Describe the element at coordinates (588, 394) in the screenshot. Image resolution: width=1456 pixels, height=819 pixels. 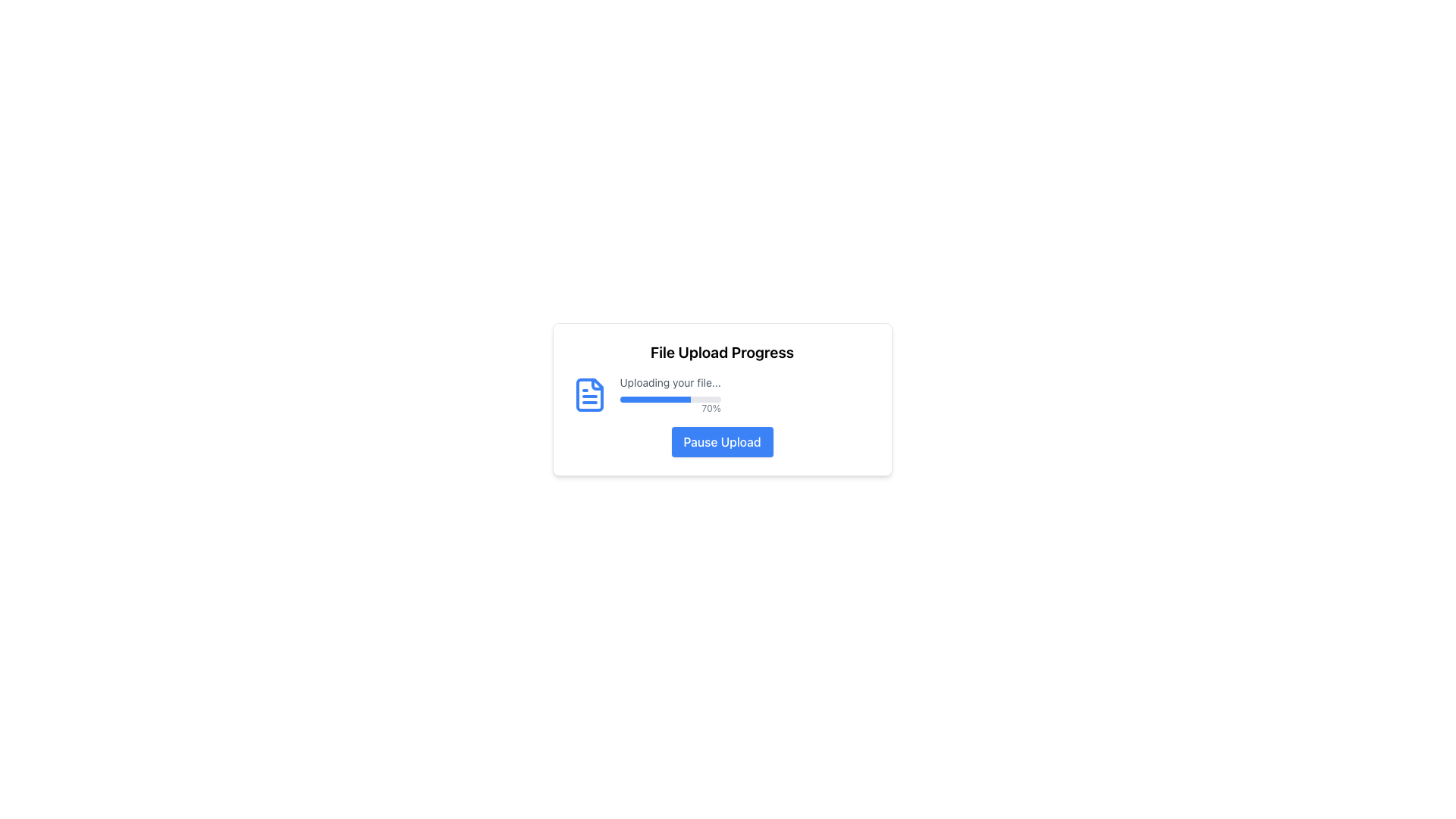
I see `the blue file icon located to the left of the text 'Uploading your file...' in the 'File Upload Progress' dialog box` at that location.